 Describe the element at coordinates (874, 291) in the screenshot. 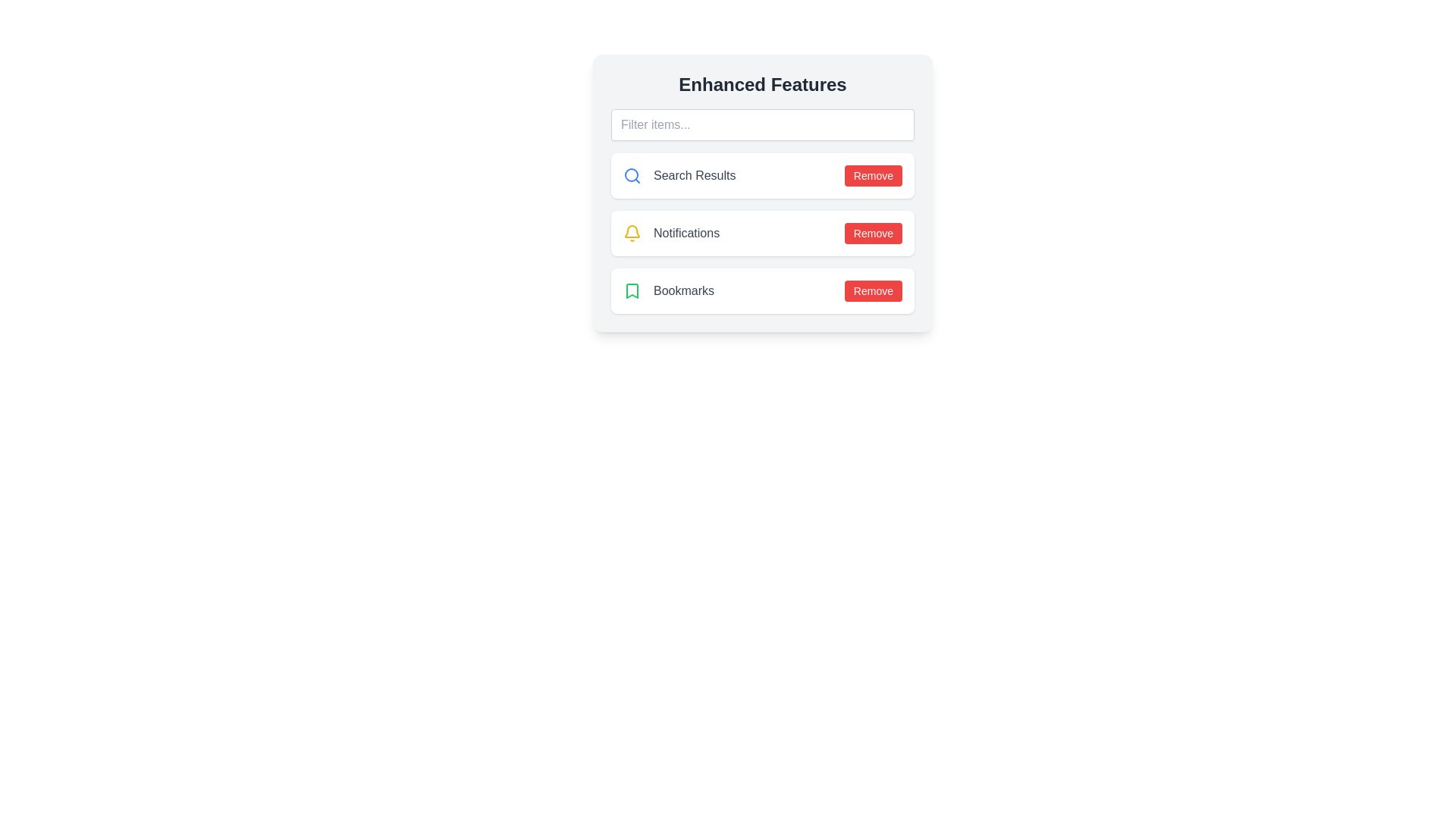

I see `'Remove' button for the Bookmarks item` at that location.